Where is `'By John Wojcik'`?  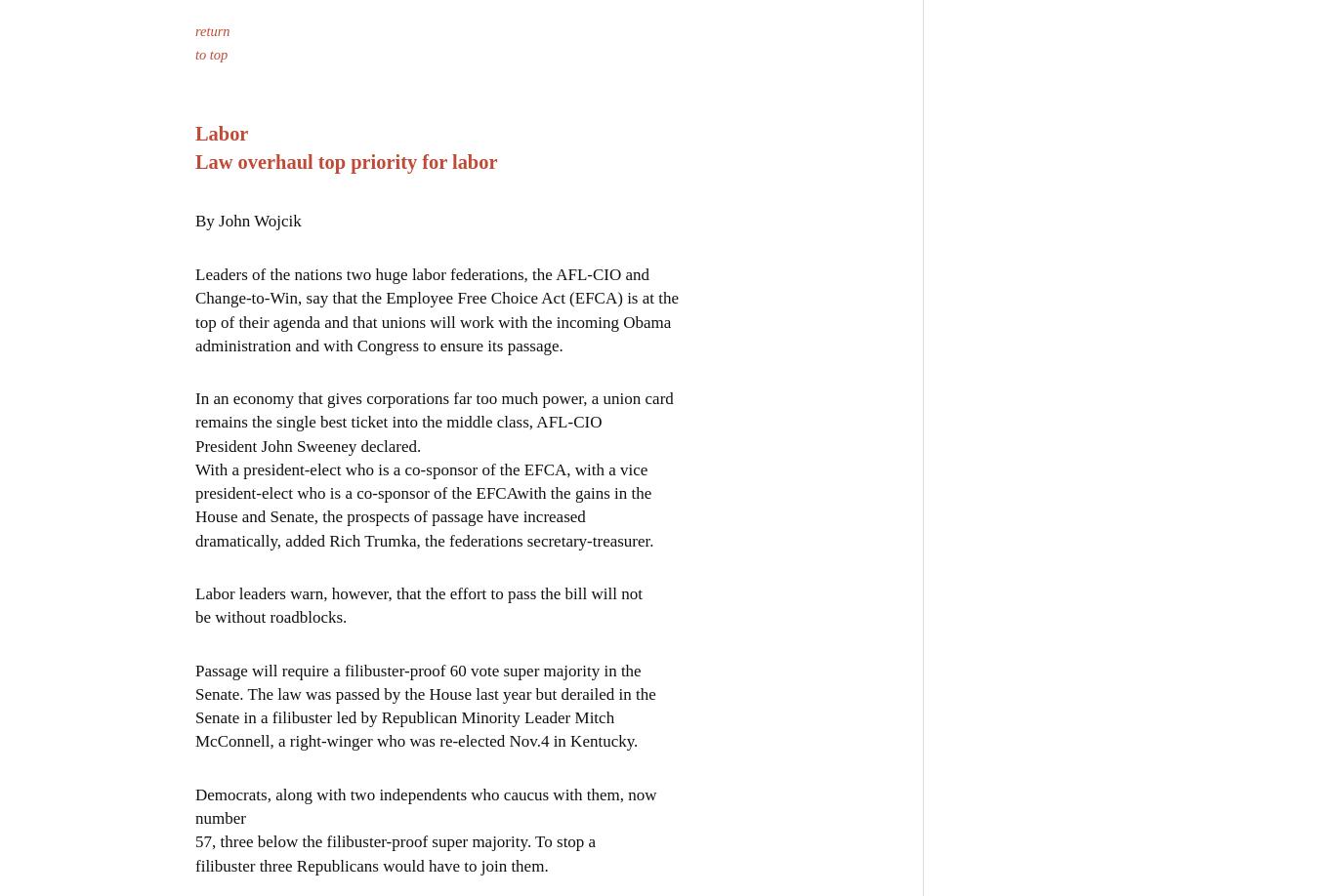 'By John Wojcik' is located at coordinates (247, 220).